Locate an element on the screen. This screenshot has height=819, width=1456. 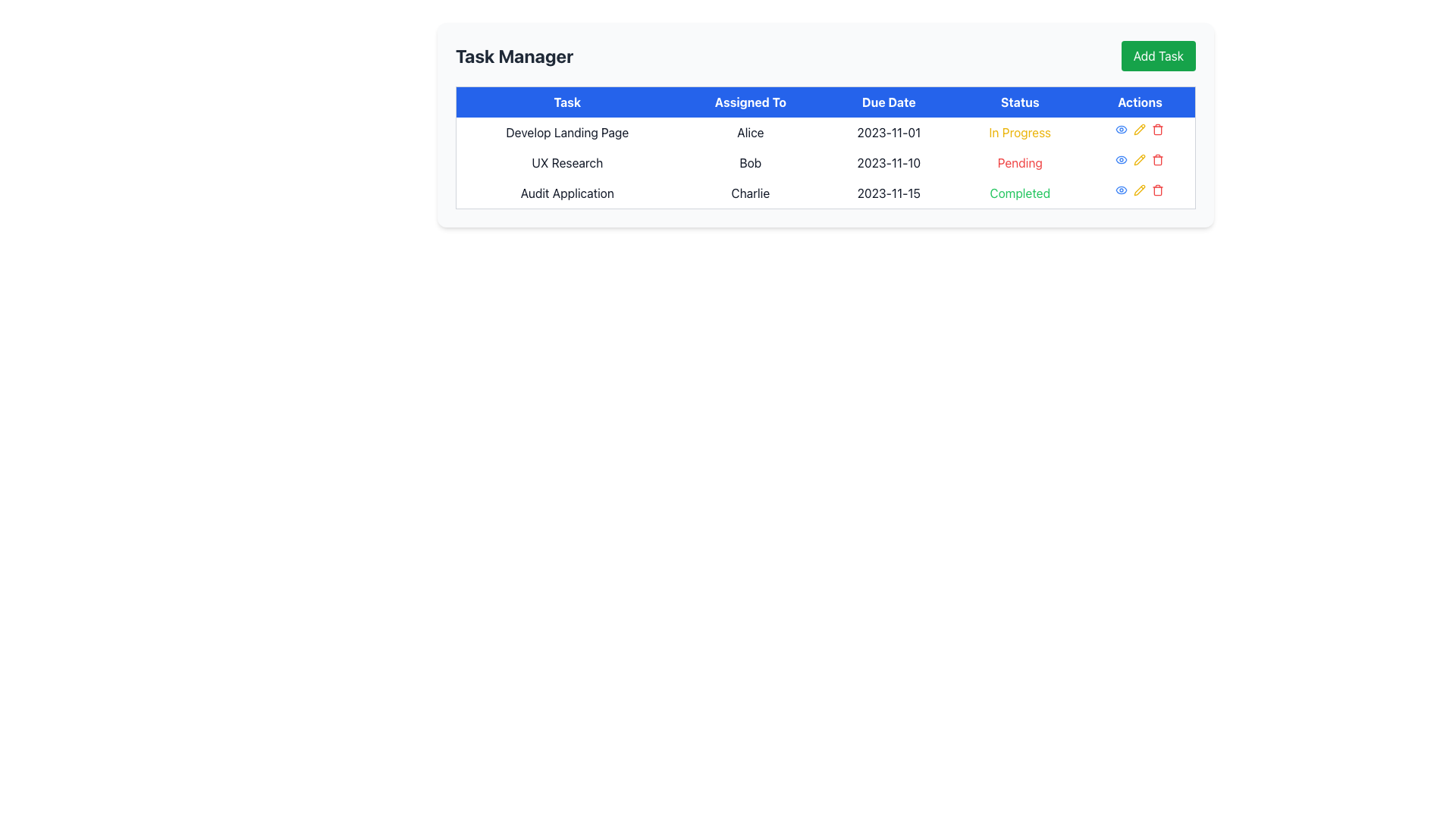
details of the task in the third row of the Task Manager table, which includes the task 'Audit Application', assigned to 'Charlie', due on '2023-11-15', and the status 'Completed' in green is located at coordinates (825, 192).